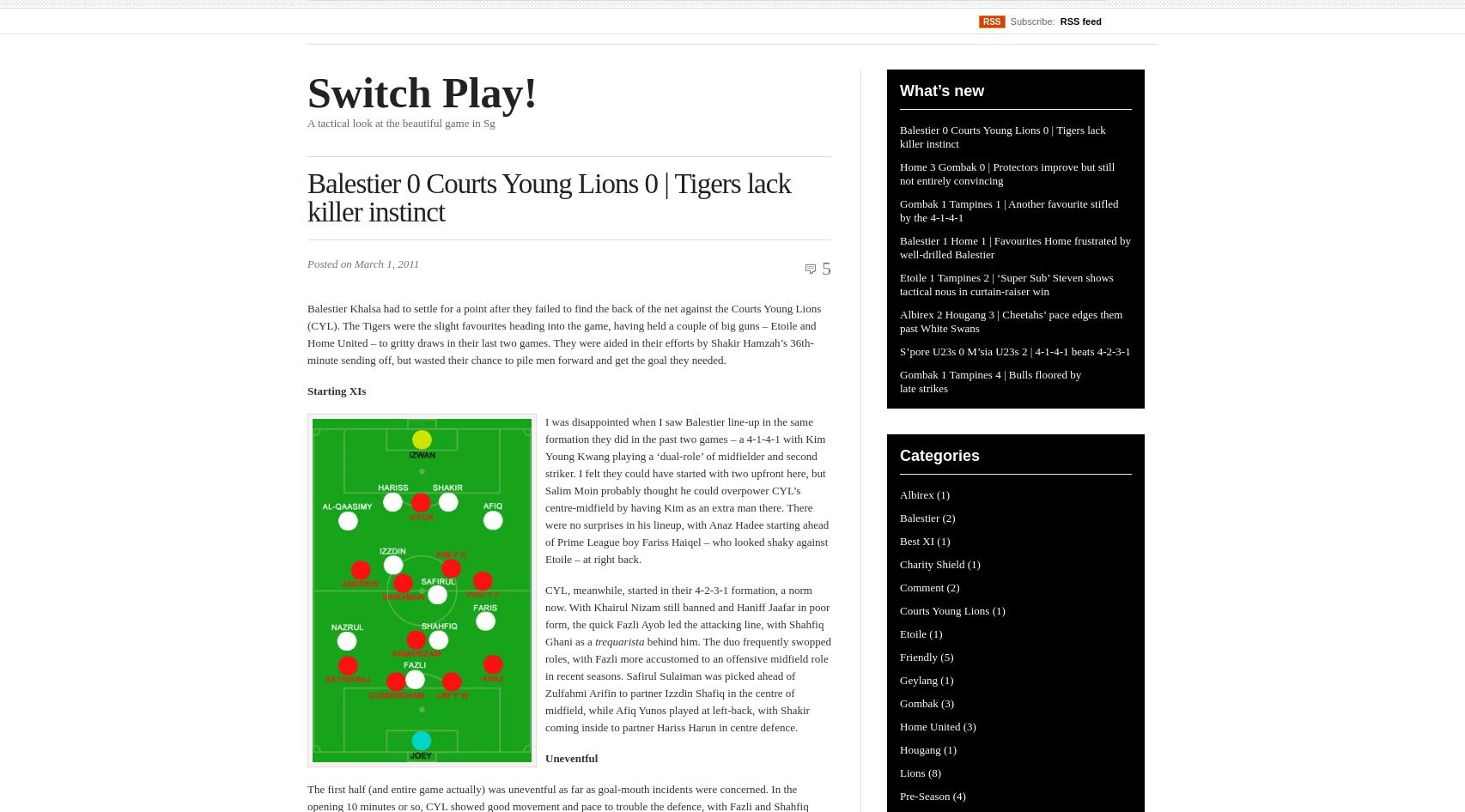 The height and width of the screenshot is (812, 1465). What do you see at coordinates (307, 334) in the screenshot?
I see `'Balestier Khalsa had to settle for a point after they failed to find the back of the net against the Courts Young Lions (CYL). The Tigers were the slight favourites heading into the game, having held a couple of big guns – Etoile and Home United – to gritty draws in their last two games. They were aided in their efforts by Shakir Hamzah’s 36th-minute sending off, but wasted their chance to pile men forward and get the goal they needed.'` at bounding box center [307, 334].